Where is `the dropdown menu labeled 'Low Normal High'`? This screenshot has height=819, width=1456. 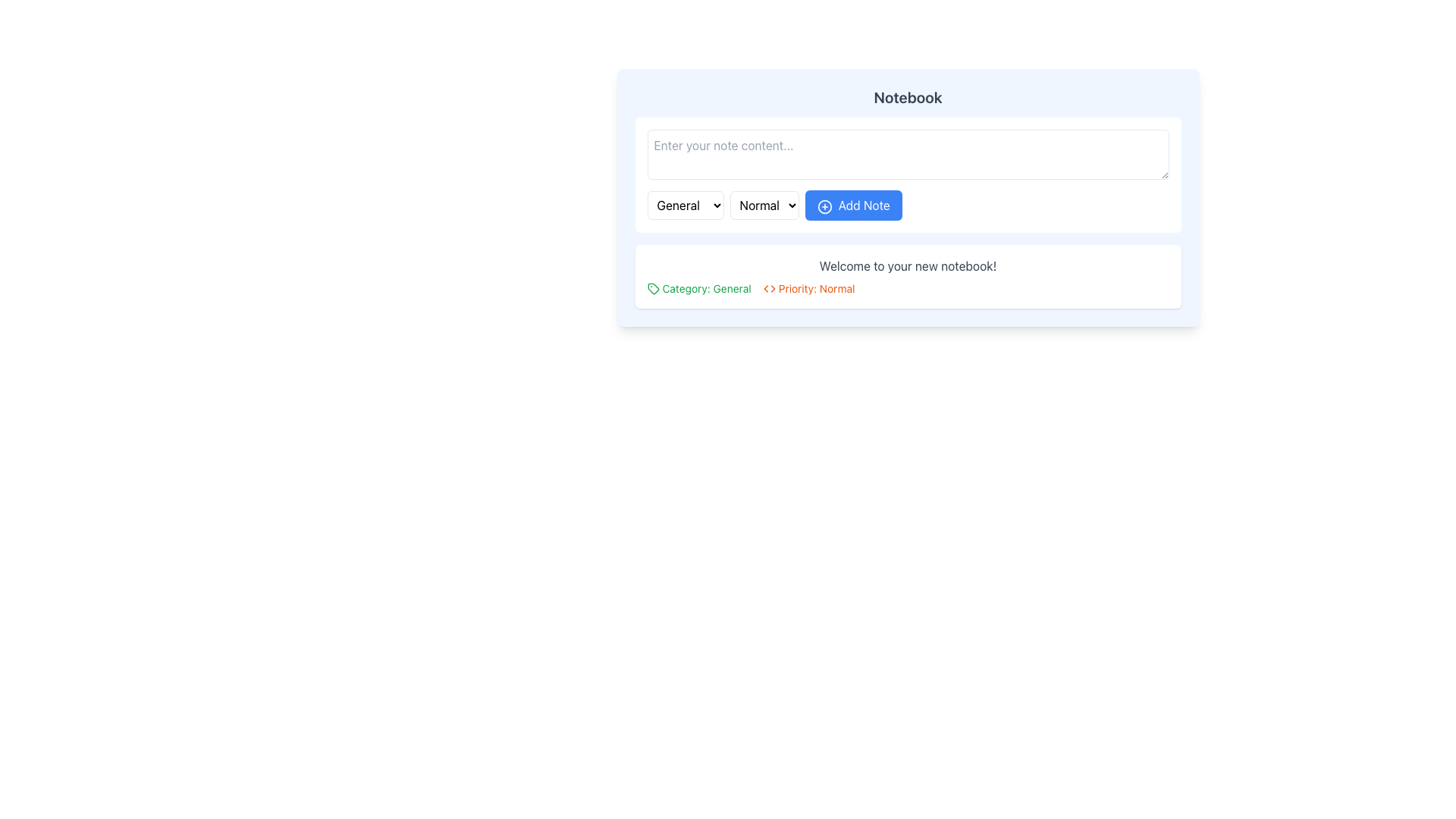
the dropdown menu labeled 'Low Normal High' is located at coordinates (764, 205).